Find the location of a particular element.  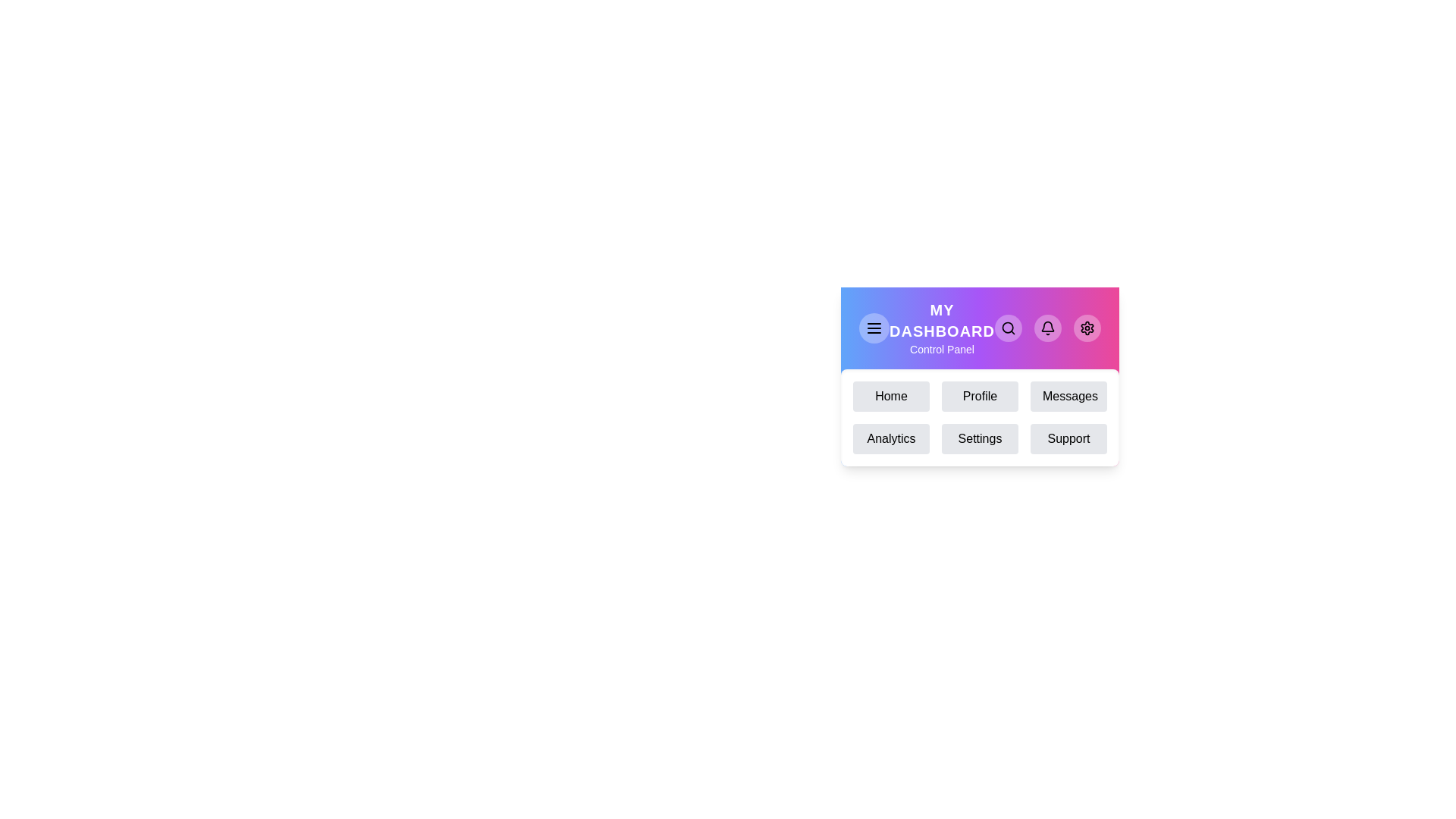

the menu item Analytics to navigate to the corresponding section is located at coordinates (891, 438).